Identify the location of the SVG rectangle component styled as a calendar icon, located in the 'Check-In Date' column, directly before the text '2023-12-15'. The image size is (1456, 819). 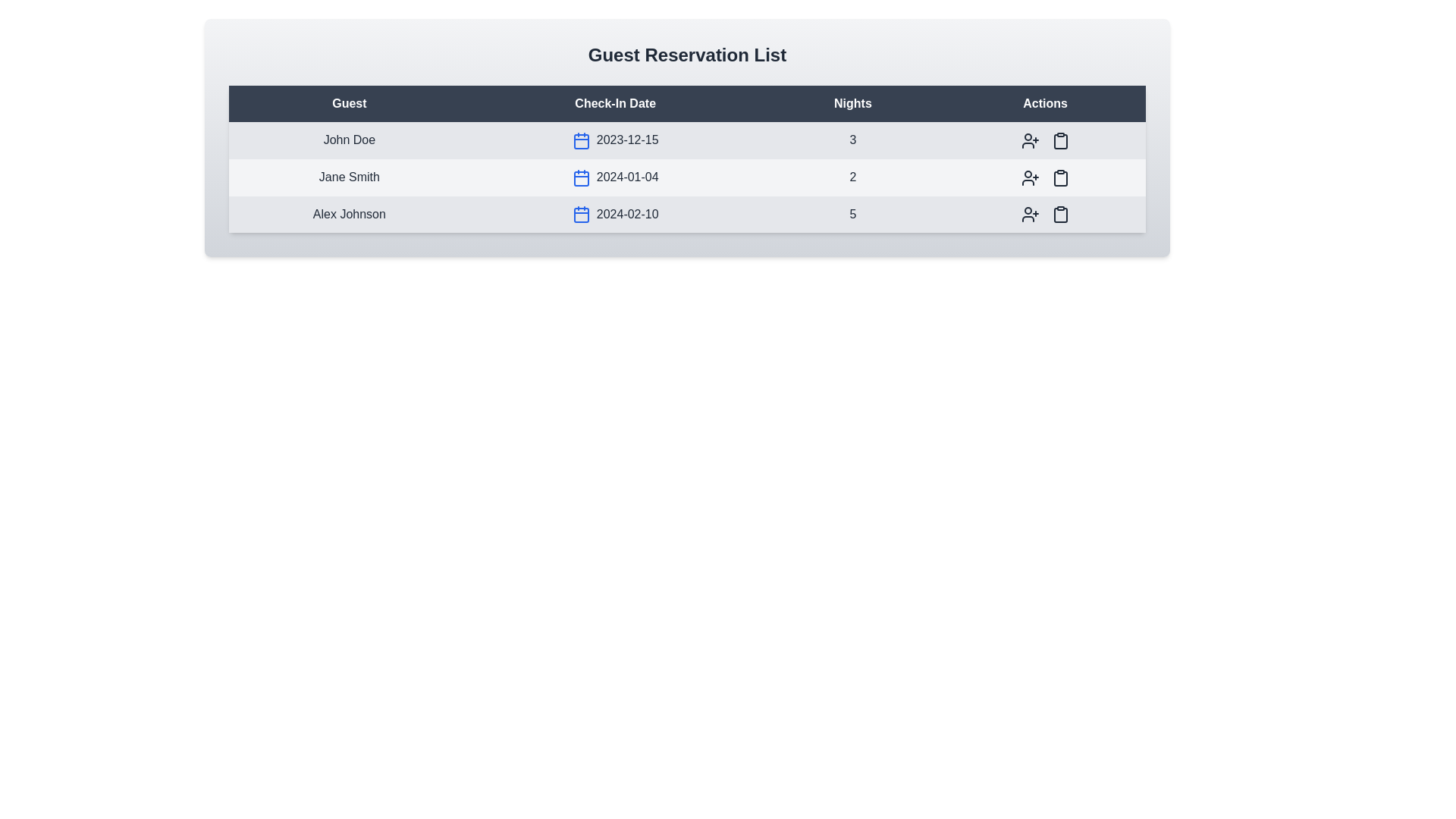
(580, 141).